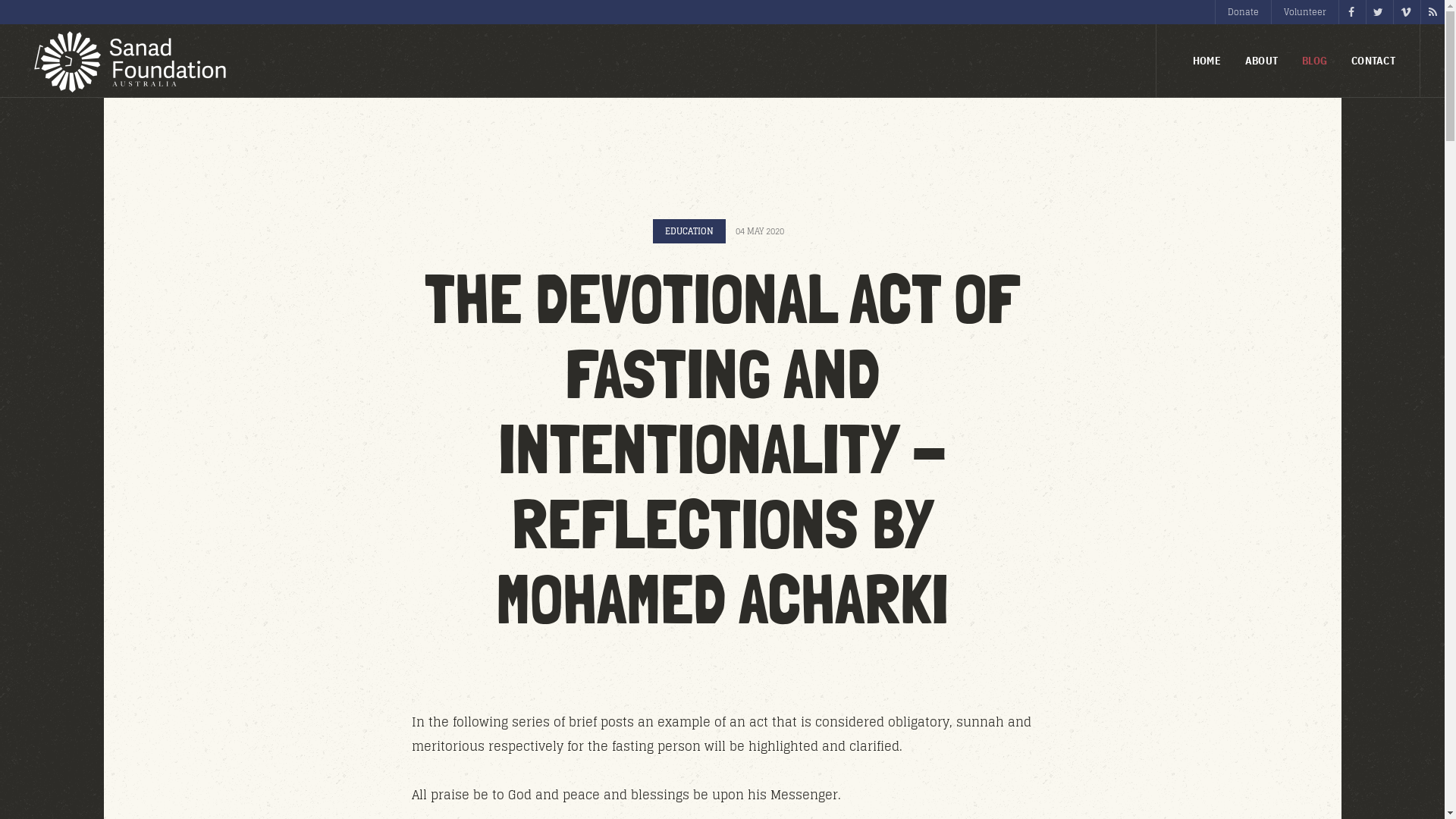 This screenshot has height=819, width=1456. What do you see at coordinates (127, 61) in the screenshot?
I see `'Sanad Foundation'` at bounding box center [127, 61].